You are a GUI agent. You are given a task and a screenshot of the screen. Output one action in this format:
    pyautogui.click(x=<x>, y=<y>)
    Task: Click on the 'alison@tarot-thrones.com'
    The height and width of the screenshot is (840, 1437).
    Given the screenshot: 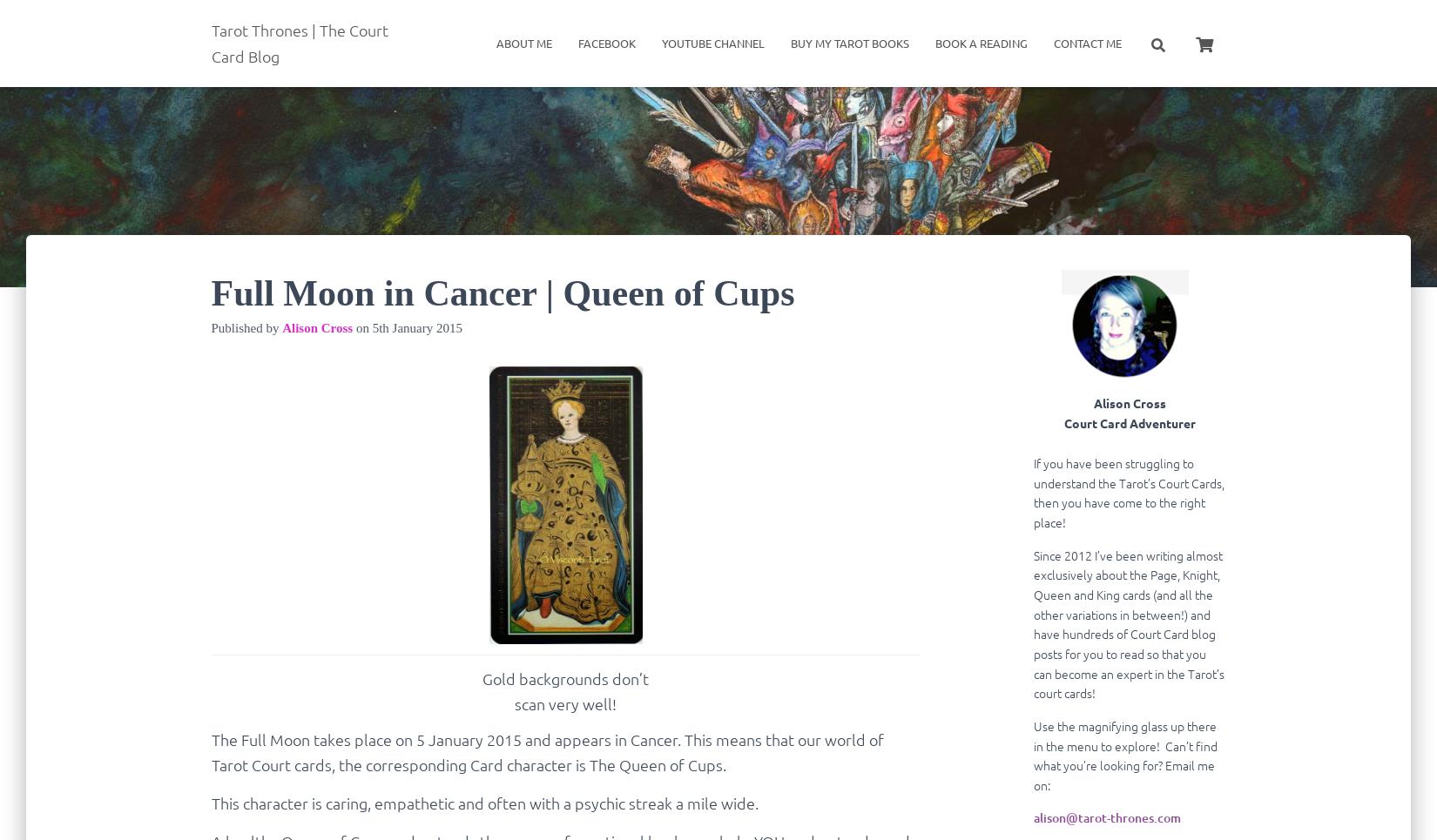 What is the action you would take?
    pyautogui.click(x=1033, y=817)
    